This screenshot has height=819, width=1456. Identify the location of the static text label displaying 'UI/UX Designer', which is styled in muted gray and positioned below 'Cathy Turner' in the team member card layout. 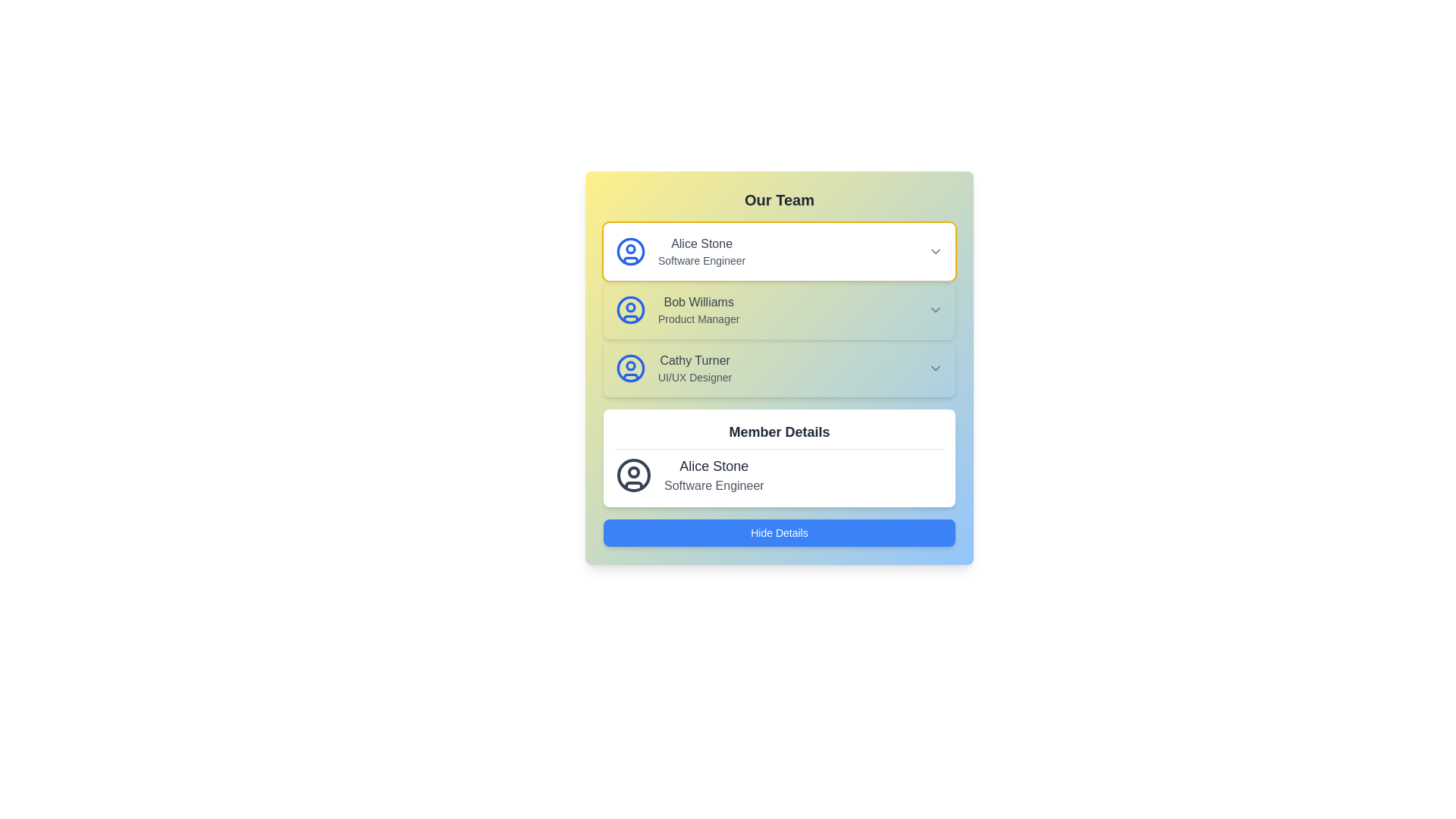
(694, 376).